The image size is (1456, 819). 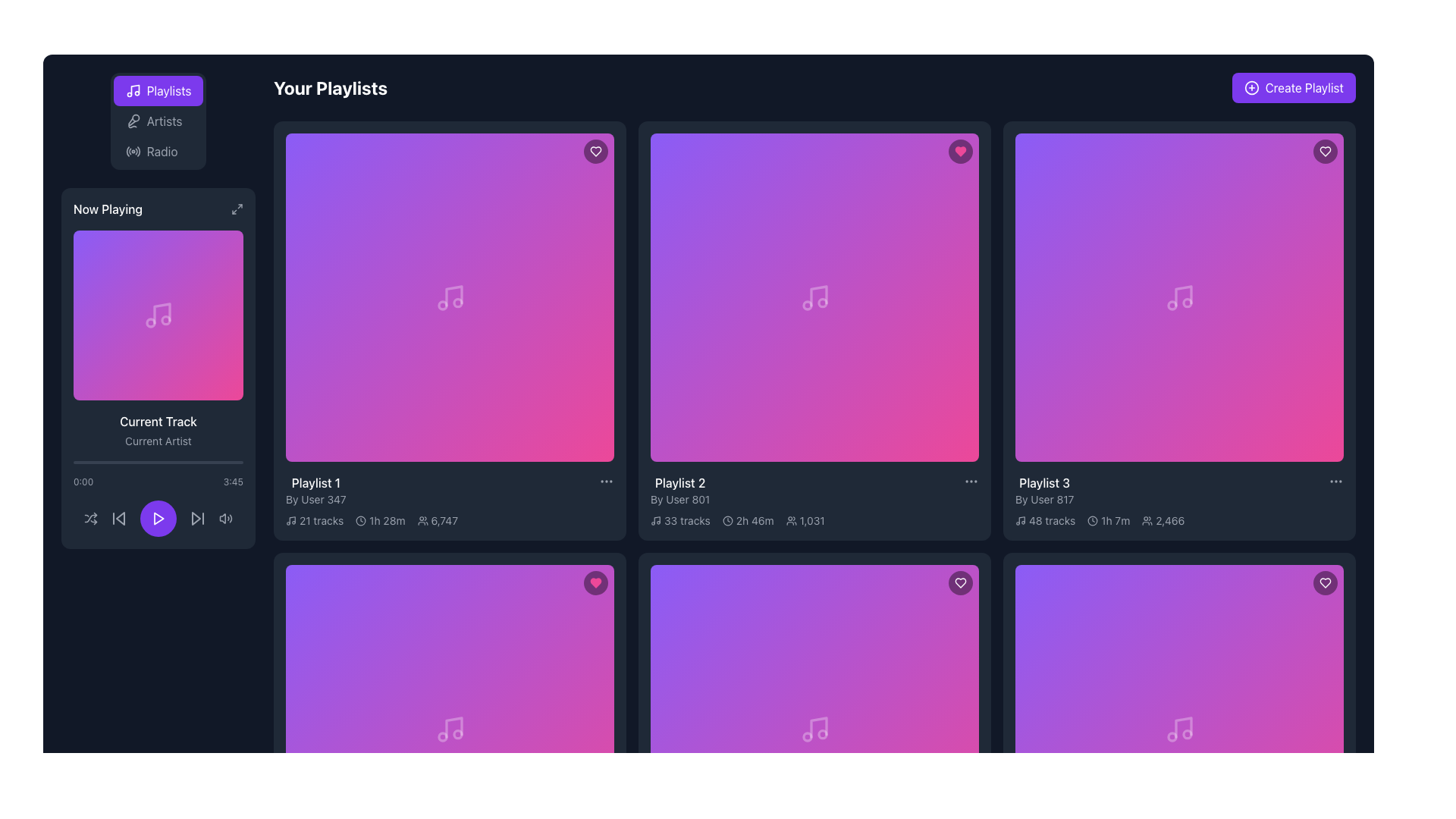 What do you see at coordinates (1335, 482) in the screenshot?
I see `the icon button (menu toggle) with three horizontally aligned dots located at the bottom-right corner of the card labeled 'Playlist 3 By User 817'` at bounding box center [1335, 482].